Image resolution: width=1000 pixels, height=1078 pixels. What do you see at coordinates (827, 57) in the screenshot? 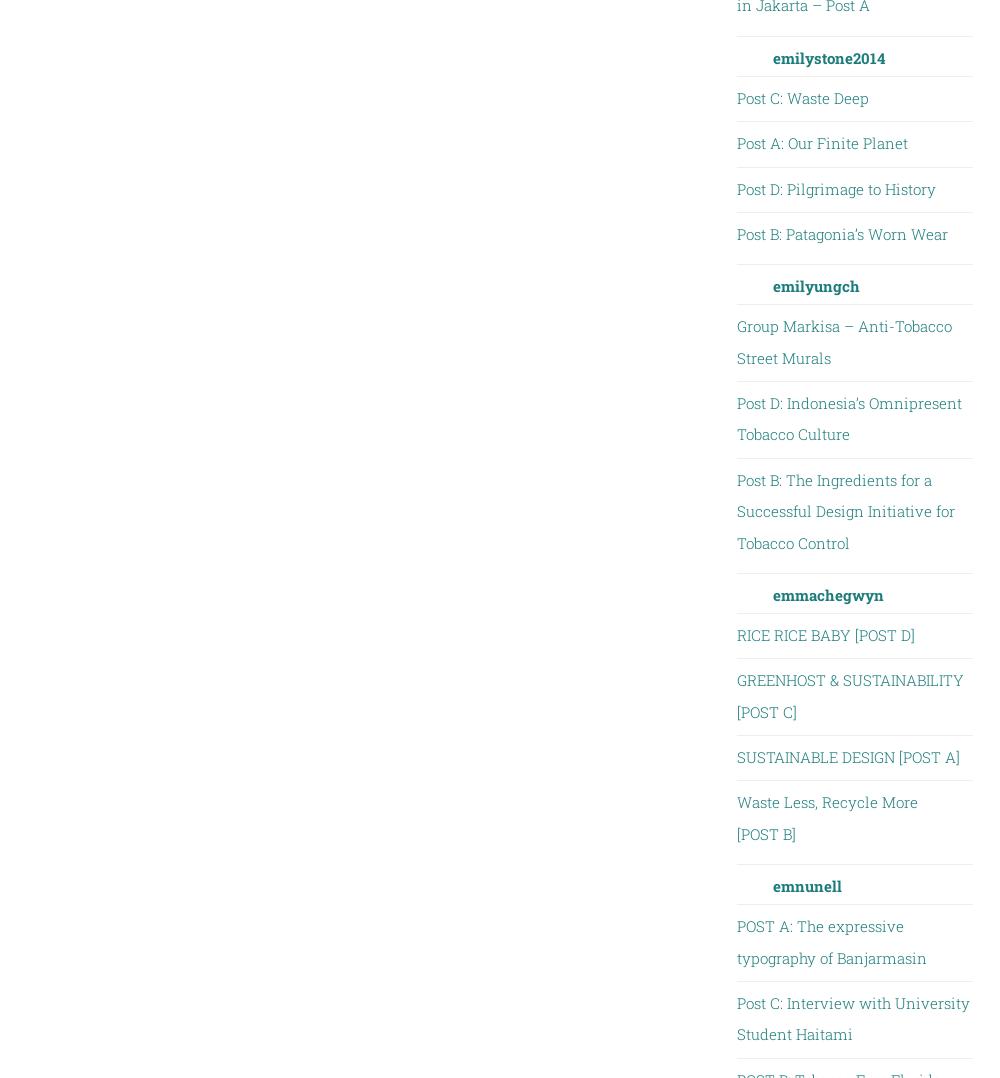
I see `'emilystone2014'` at bounding box center [827, 57].